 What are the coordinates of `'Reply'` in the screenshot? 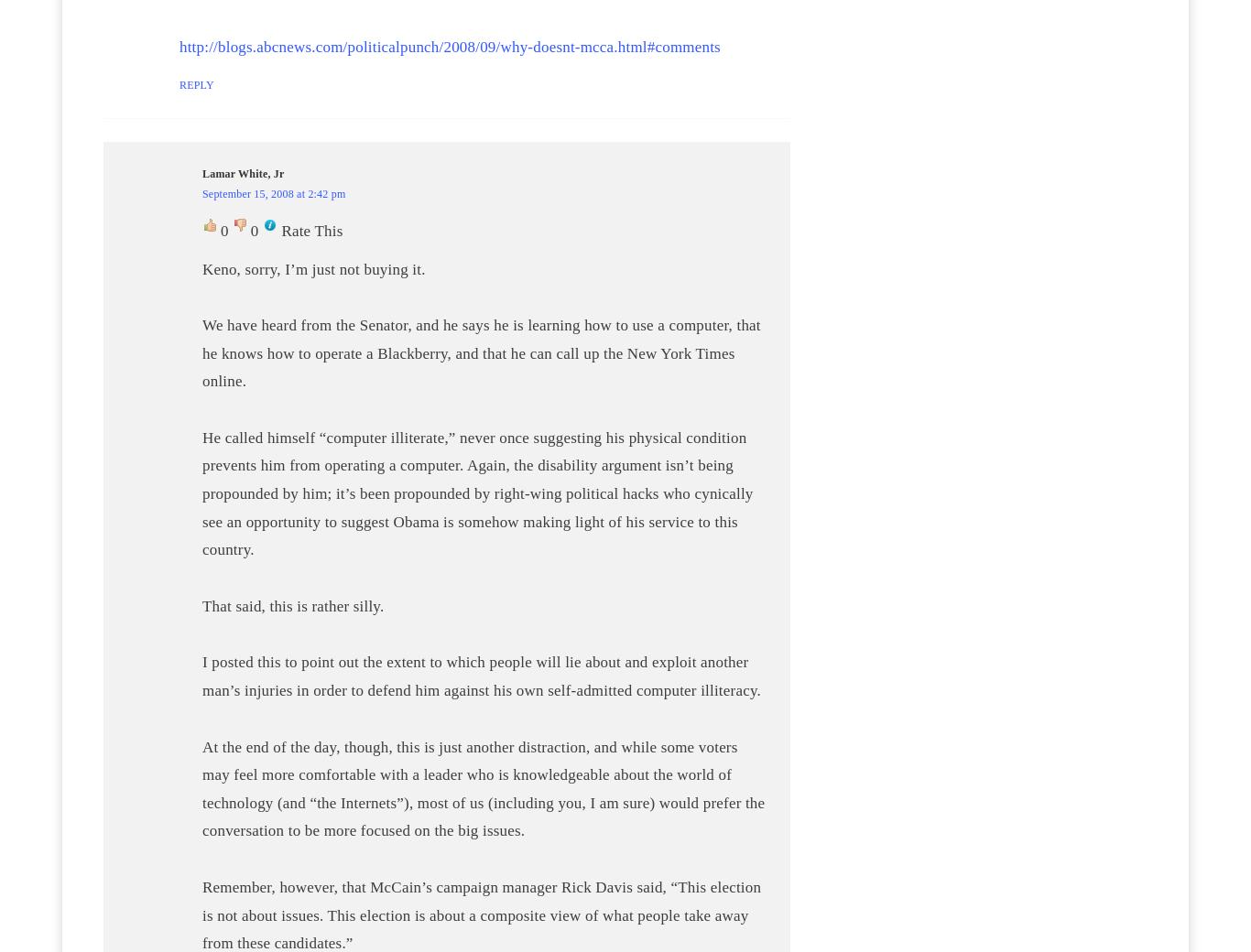 It's located at (195, 83).